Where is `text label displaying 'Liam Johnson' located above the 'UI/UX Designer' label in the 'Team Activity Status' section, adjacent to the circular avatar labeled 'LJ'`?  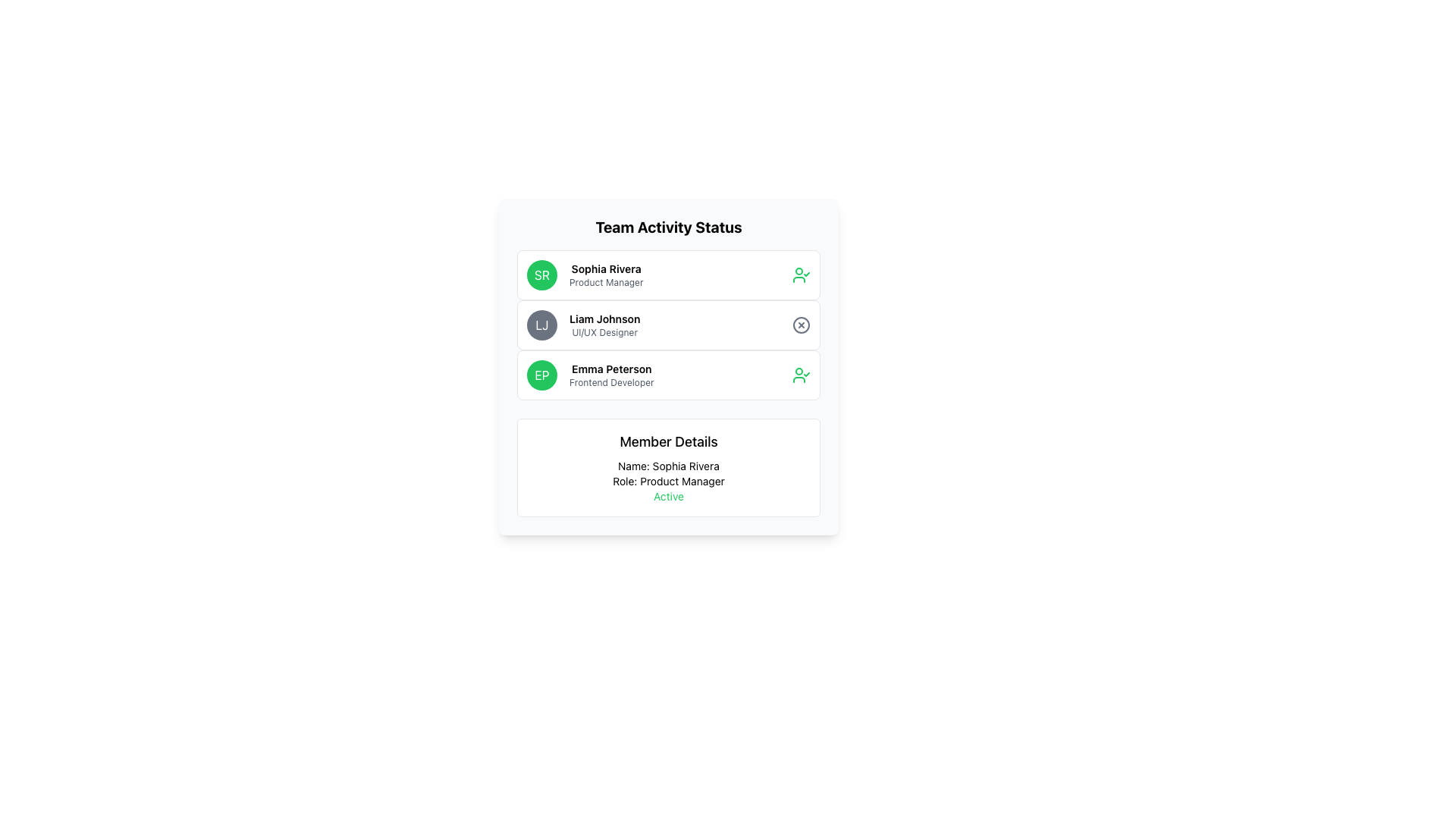 text label displaying 'Liam Johnson' located above the 'UI/UX Designer' label in the 'Team Activity Status' section, adjacent to the circular avatar labeled 'LJ' is located at coordinates (604, 318).